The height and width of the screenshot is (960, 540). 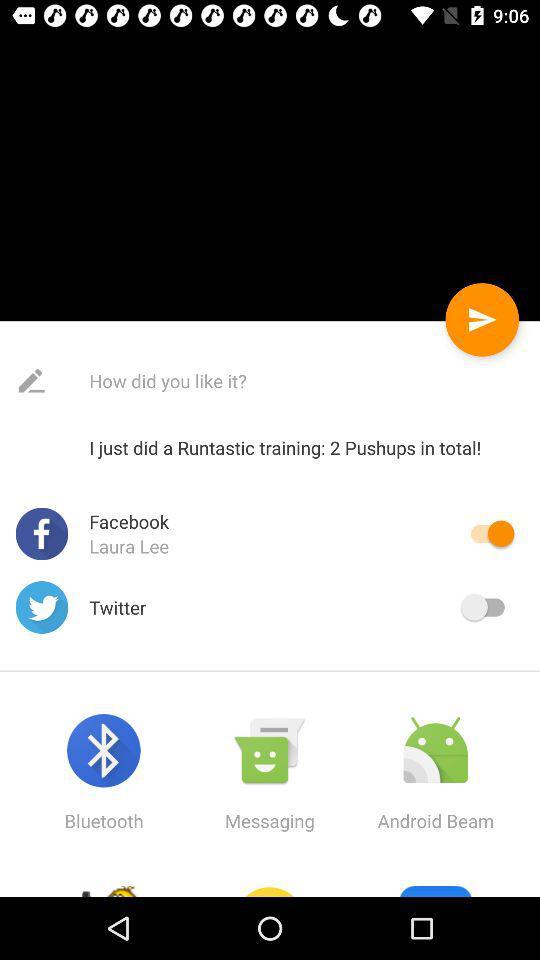 I want to click on twitter logo, so click(x=42, y=606).